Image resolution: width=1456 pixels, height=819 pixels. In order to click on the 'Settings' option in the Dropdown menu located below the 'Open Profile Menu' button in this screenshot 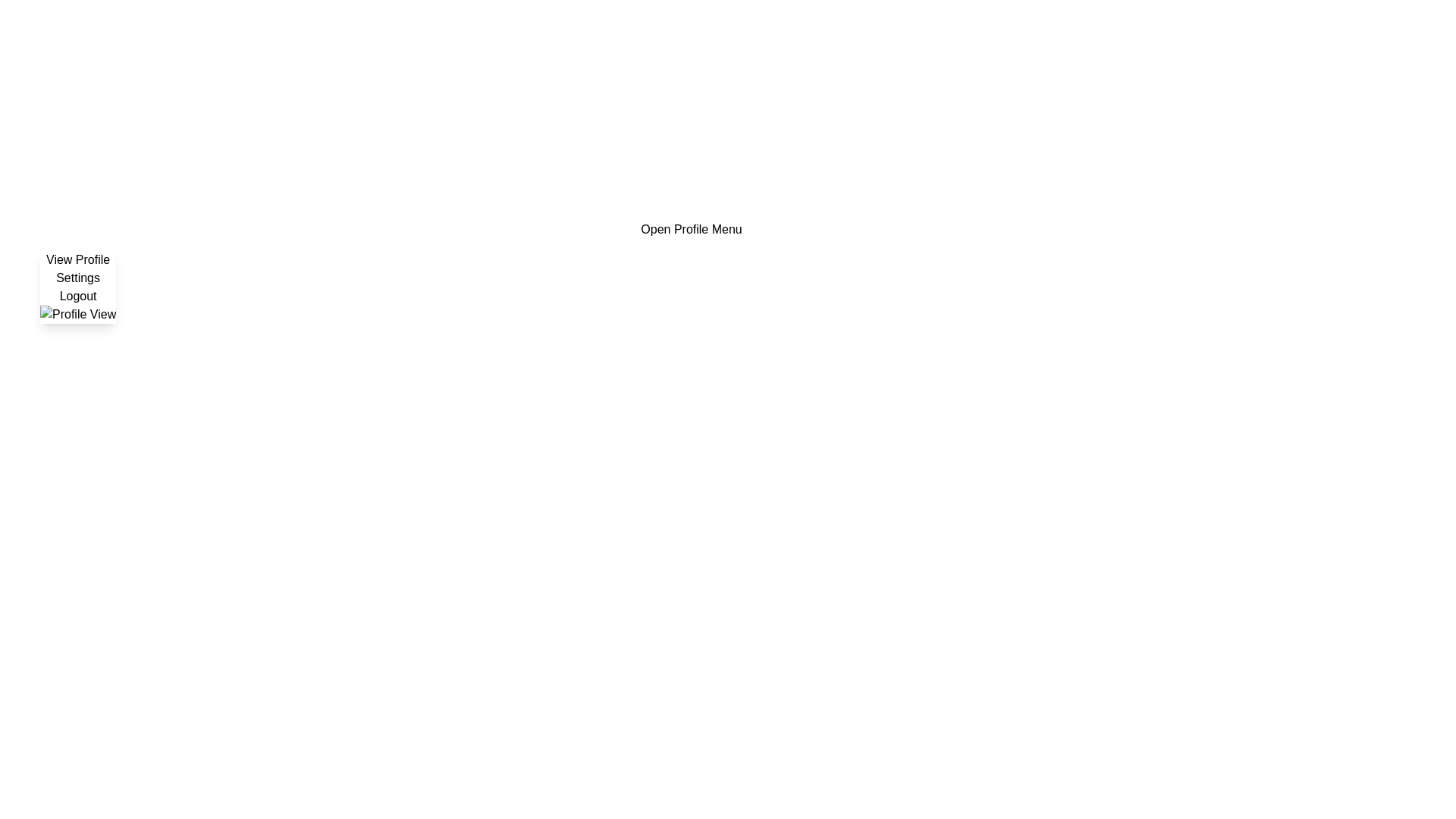, I will do `click(77, 287)`.